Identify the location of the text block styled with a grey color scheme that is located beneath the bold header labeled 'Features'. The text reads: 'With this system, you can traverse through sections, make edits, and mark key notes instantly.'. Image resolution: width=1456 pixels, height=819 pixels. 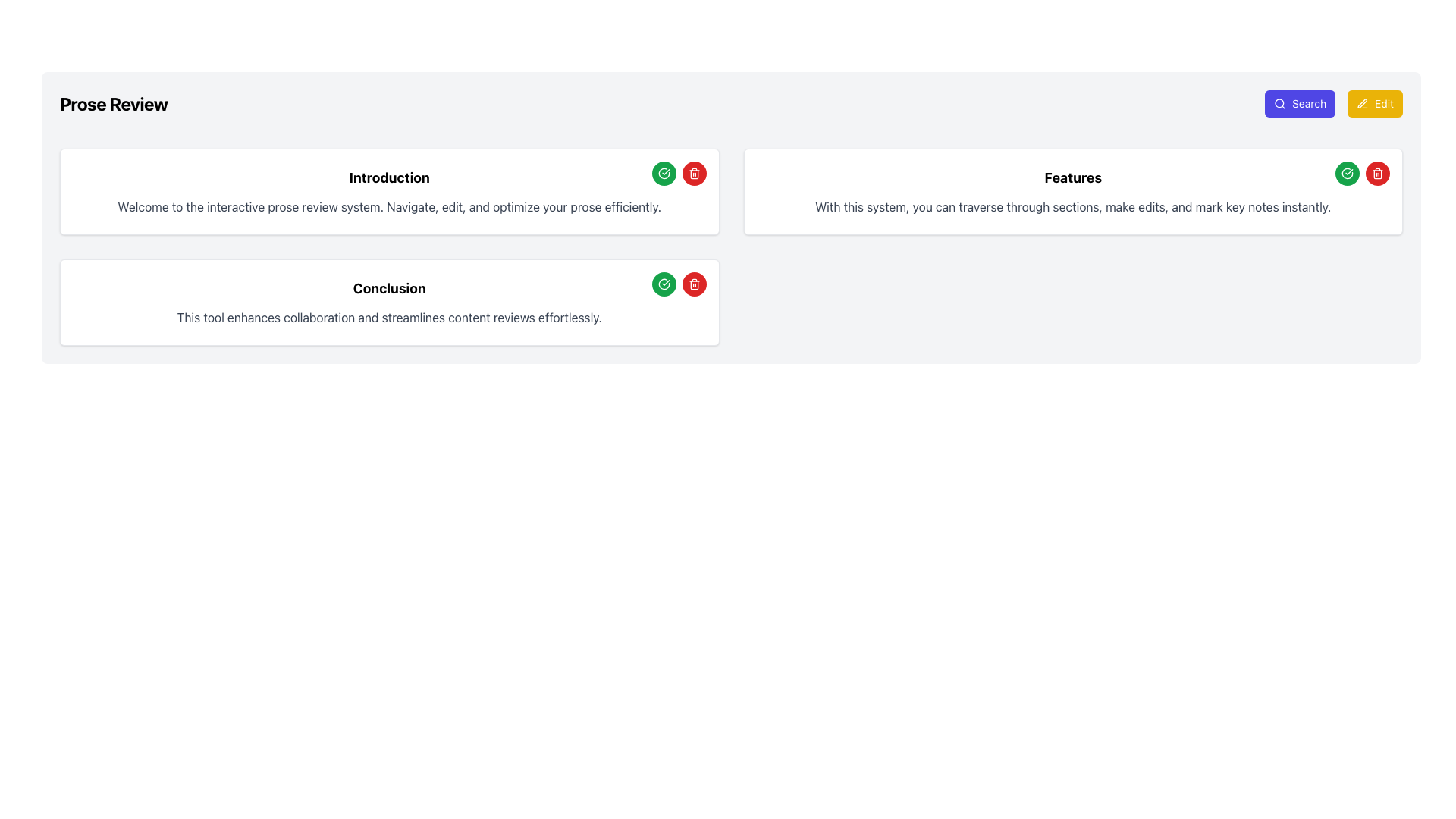
(1072, 207).